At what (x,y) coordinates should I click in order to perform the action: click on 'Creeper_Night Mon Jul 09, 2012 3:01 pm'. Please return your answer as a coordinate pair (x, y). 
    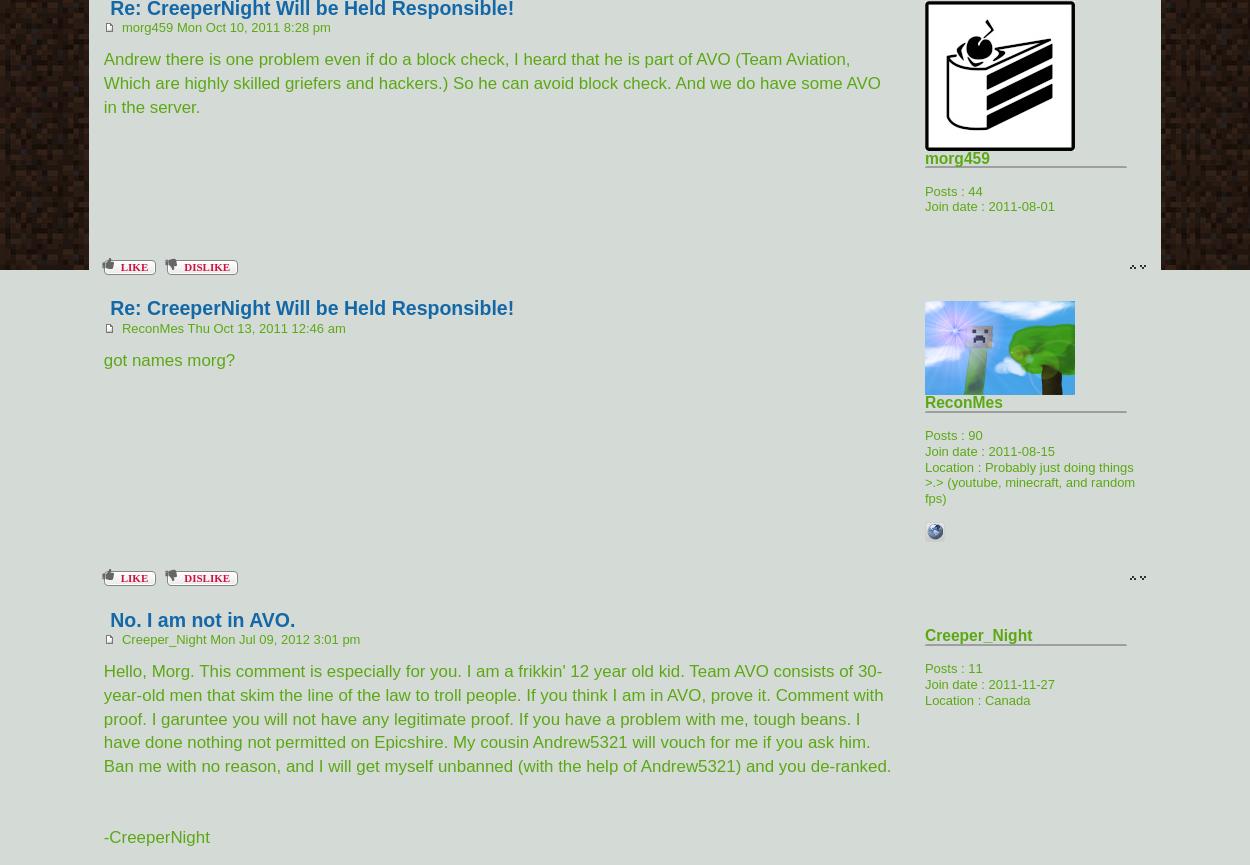
    Looking at the image, I should click on (113, 639).